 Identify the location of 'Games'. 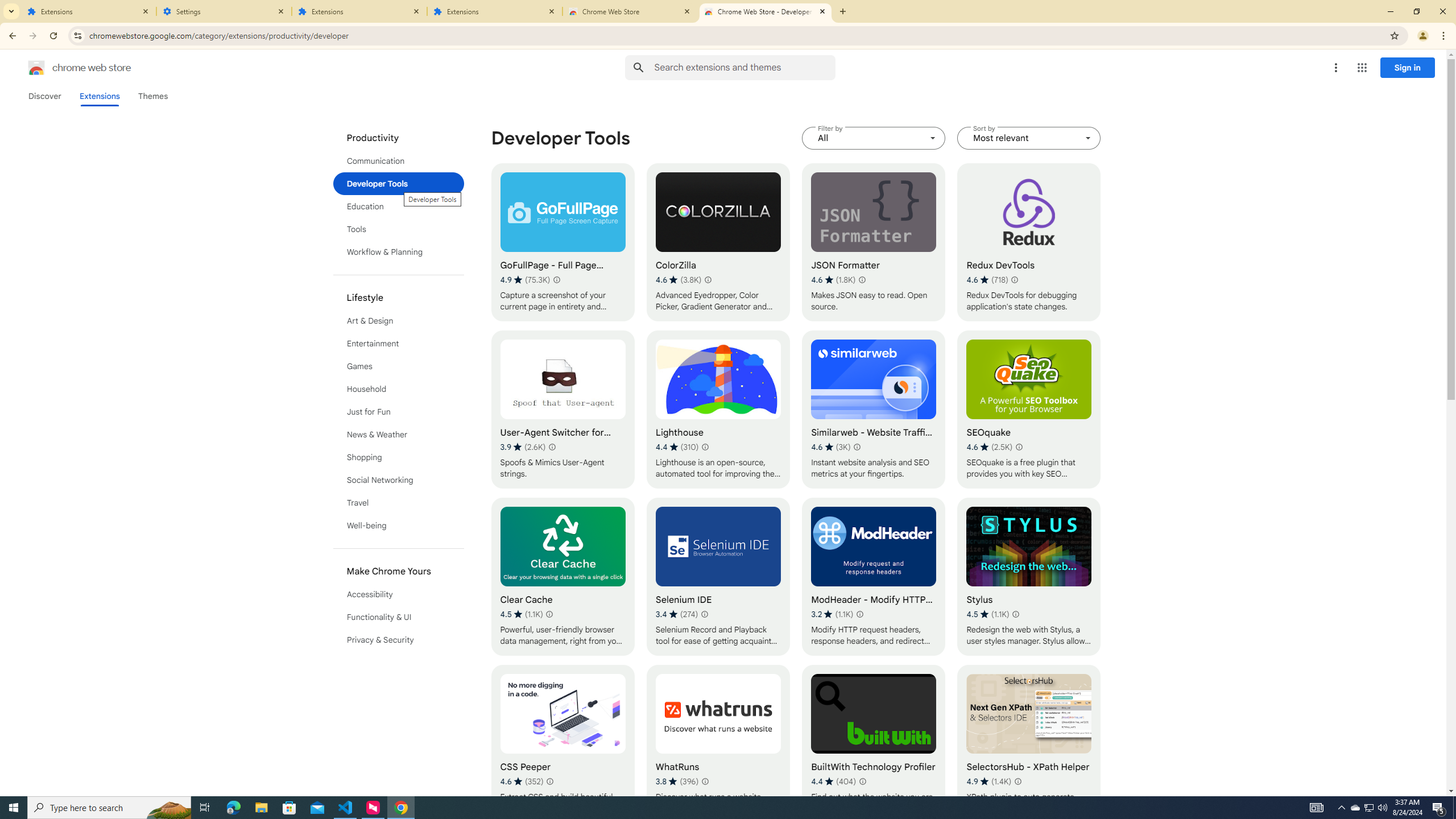
(399, 366).